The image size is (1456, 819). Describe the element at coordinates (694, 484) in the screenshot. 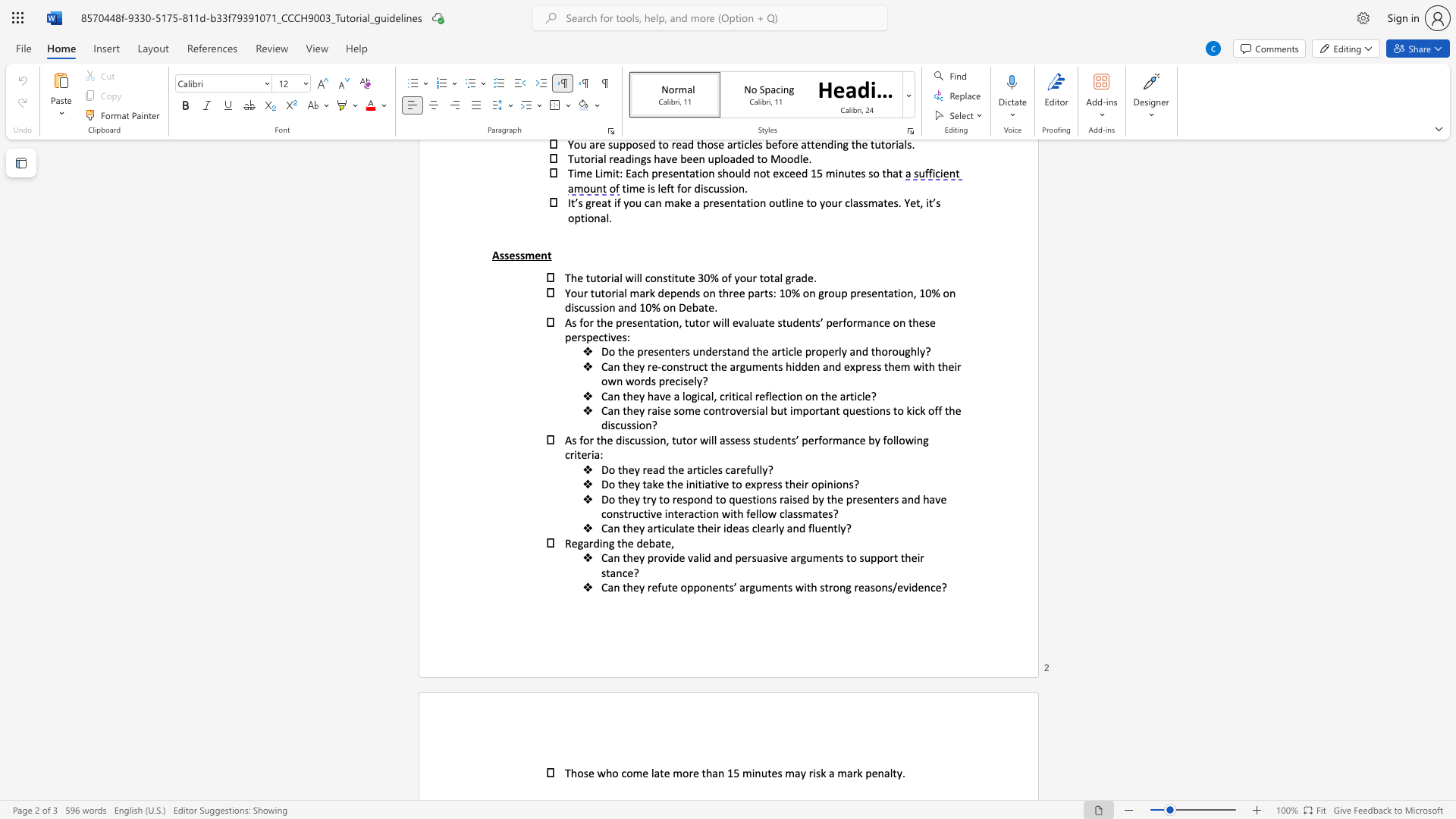

I see `the subset text "itiative to express their opini" within the text "Do they take the initiative to express their opinions?"` at that location.